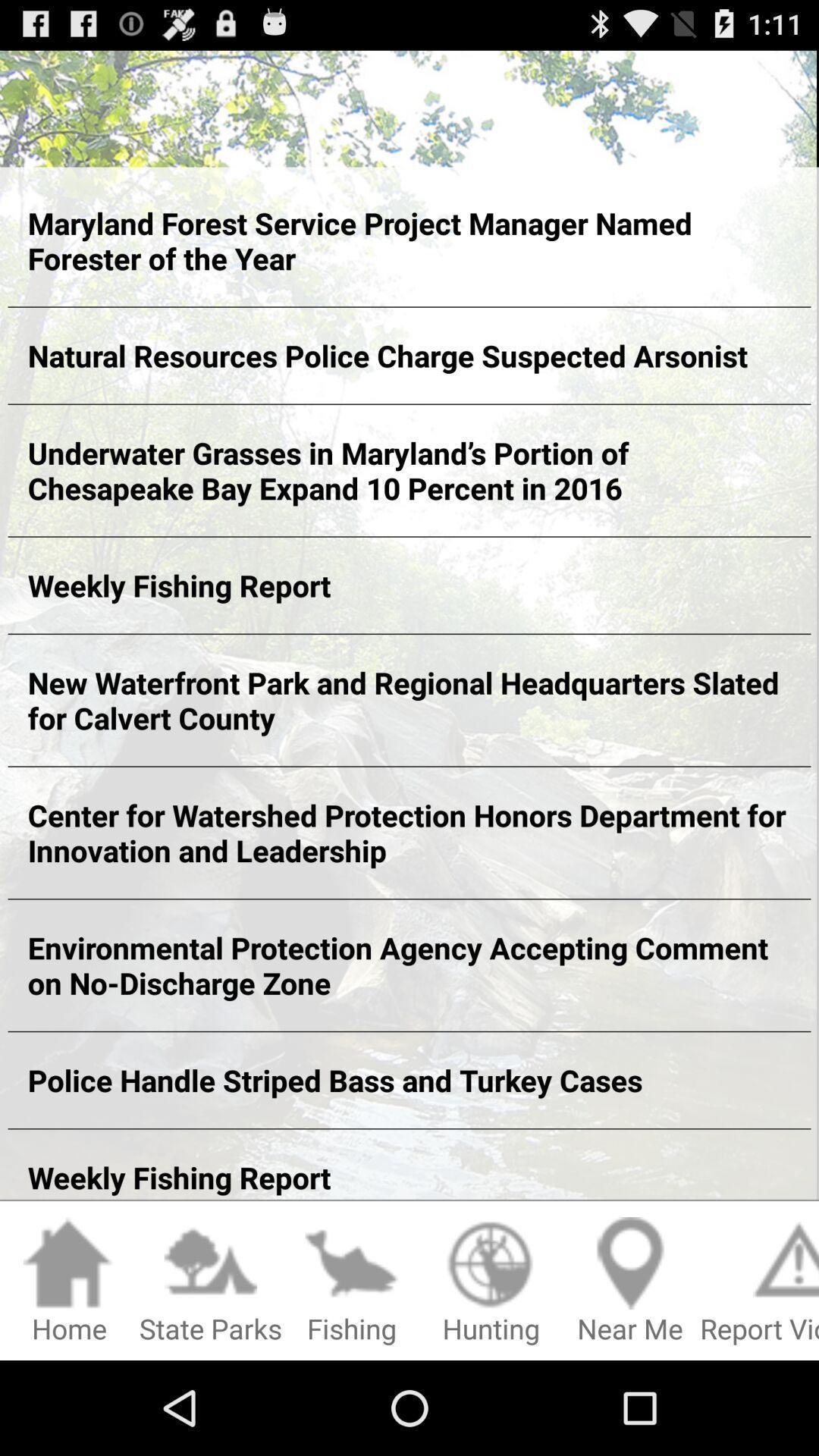  Describe the element at coordinates (630, 1281) in the screenshot. I see `the item to the right of hunting icon` at that location.